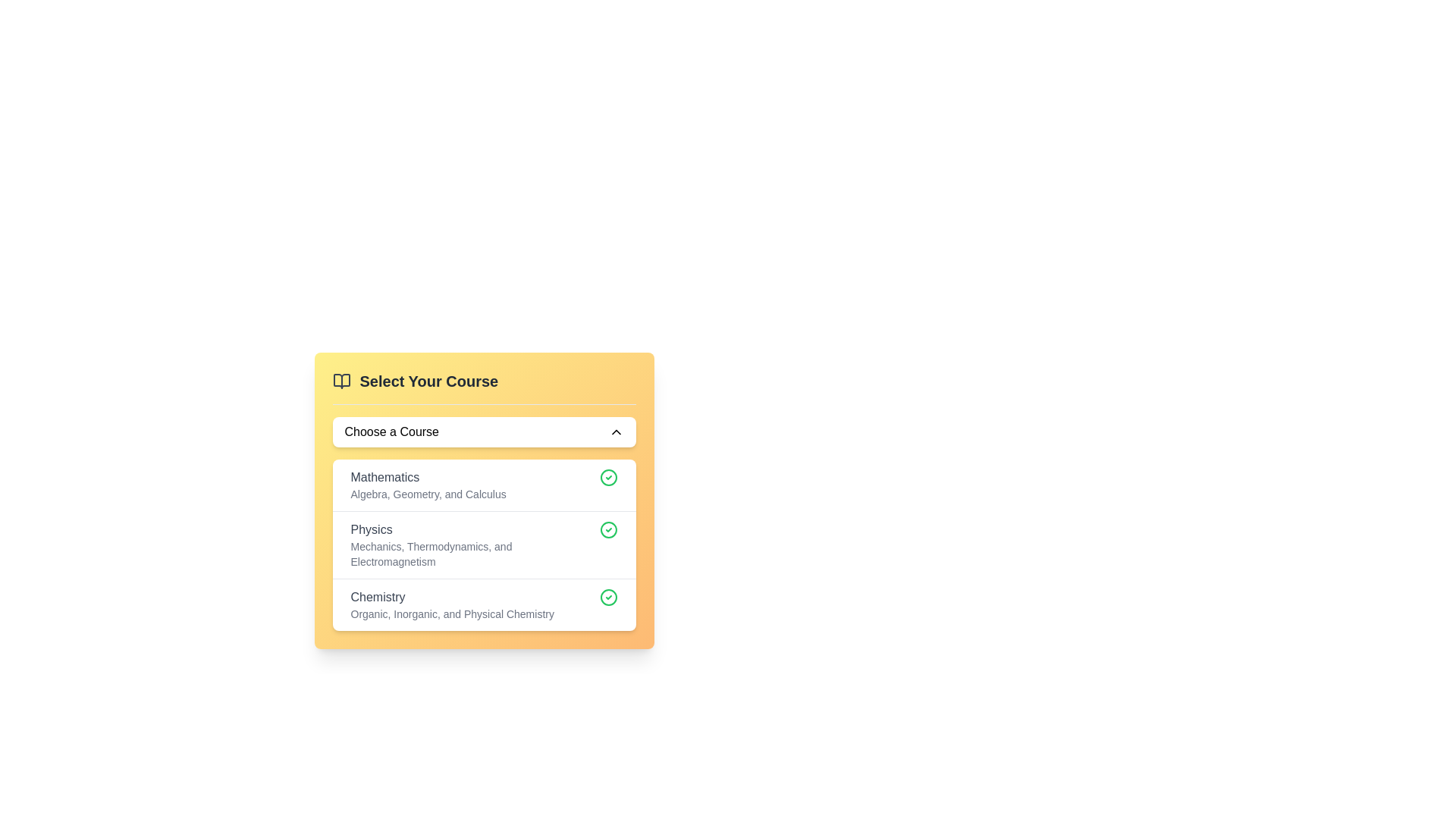 The image size is (1456, 819). What do you see at coordinates (474, 544) in the screenshot?
I see `the 'Physics' course selection item located in the dropdown menu titled 'Select Your Course'. This item is the second entry in the list, positioned between 'Mathematics' and 'Chemistry'` at bounding box center [474, 544].